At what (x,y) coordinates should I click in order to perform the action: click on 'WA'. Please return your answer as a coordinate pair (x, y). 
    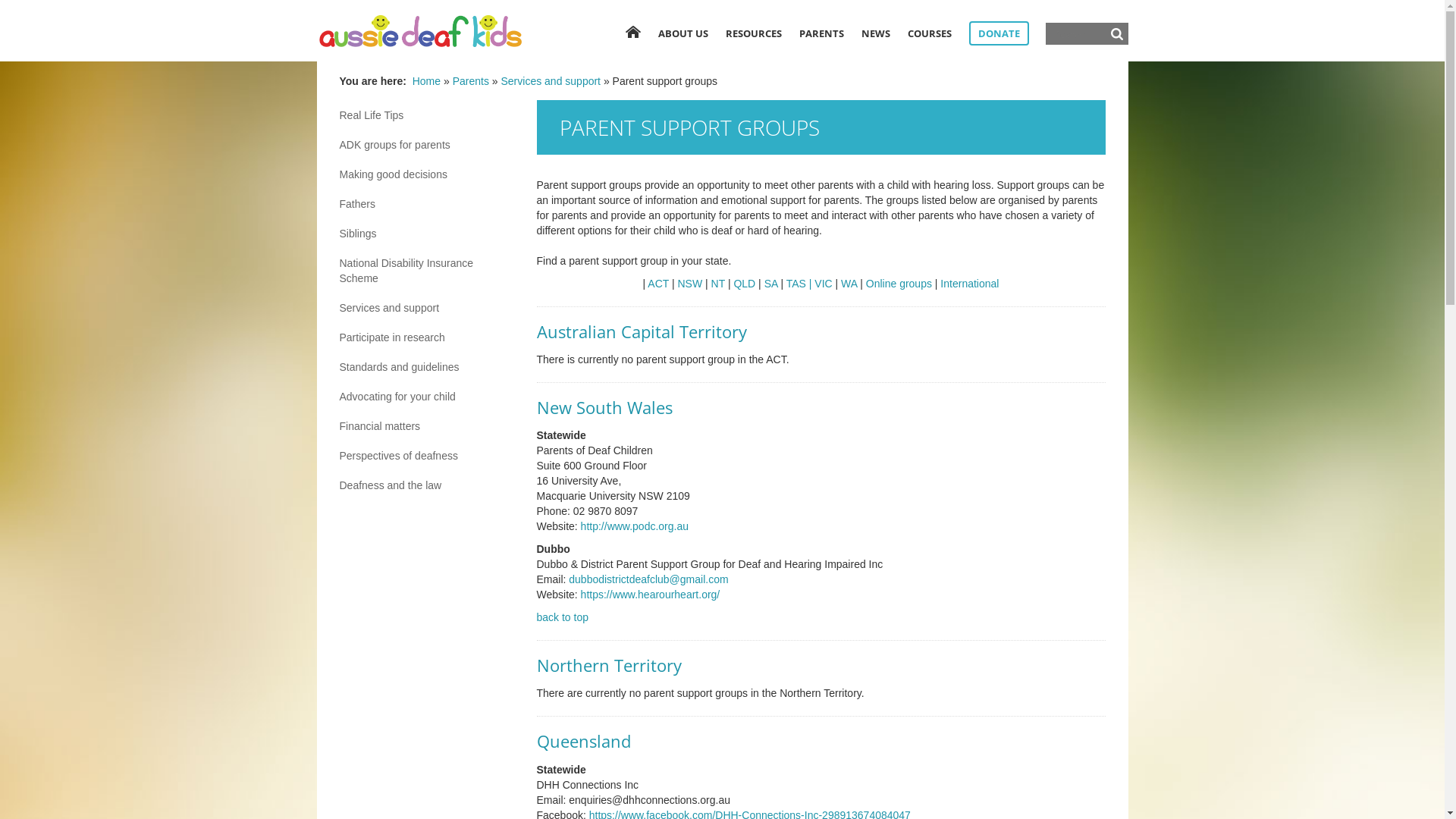
    Looking at the image, I should click on (839, 284).